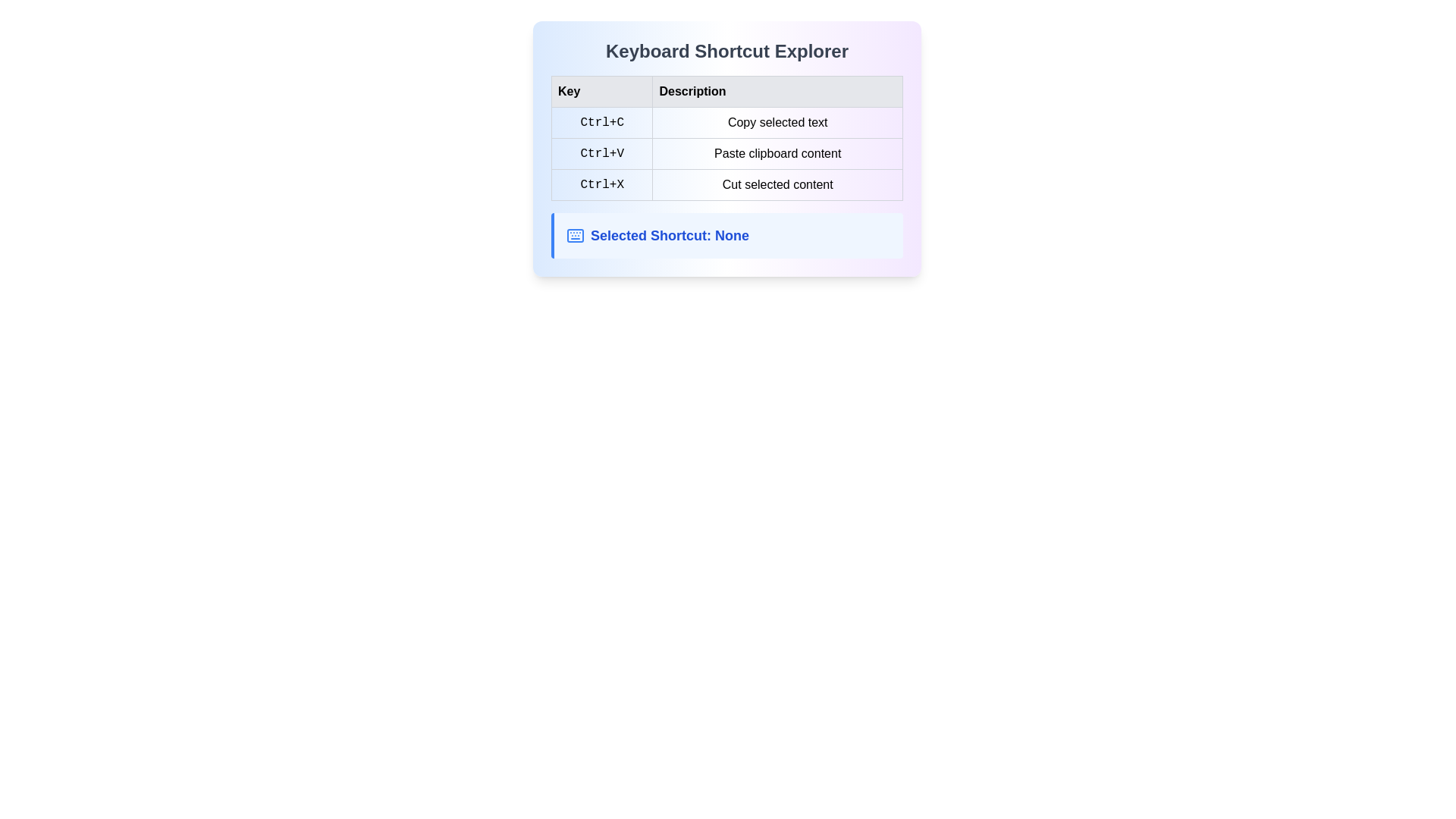 This screenshot has height=819, width=1456. What do you see at coordinates (726, 122) in the screenshot?
I see `the List item in the table format that displays 'Ctrl+C' and 'Copy selected text', positioned as the first row under the 'Key' and 'Description' headings` at bounding box center [726, 122].